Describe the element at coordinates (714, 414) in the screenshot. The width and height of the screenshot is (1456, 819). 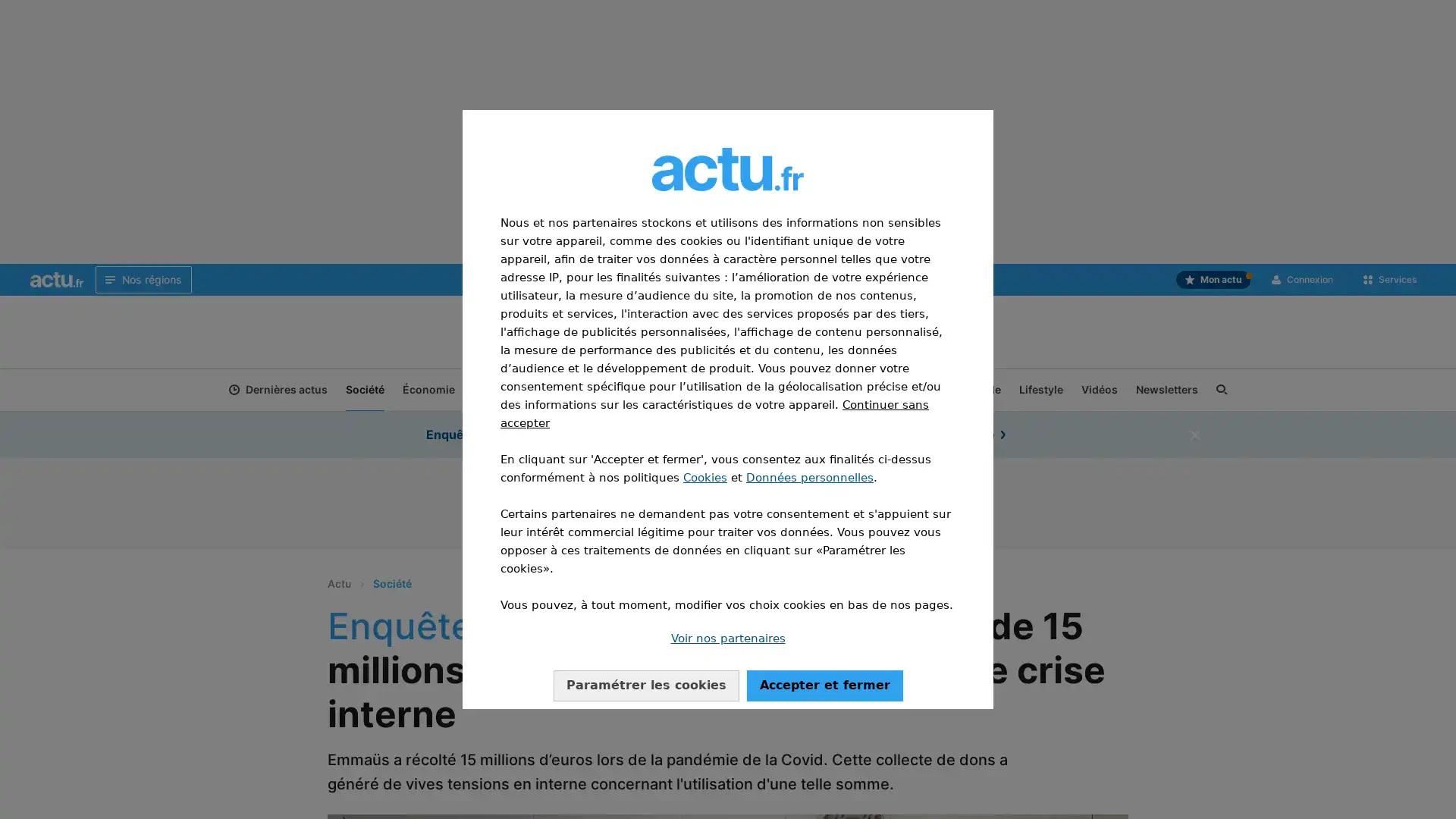
I see `Continuer sans accepter` at that location.